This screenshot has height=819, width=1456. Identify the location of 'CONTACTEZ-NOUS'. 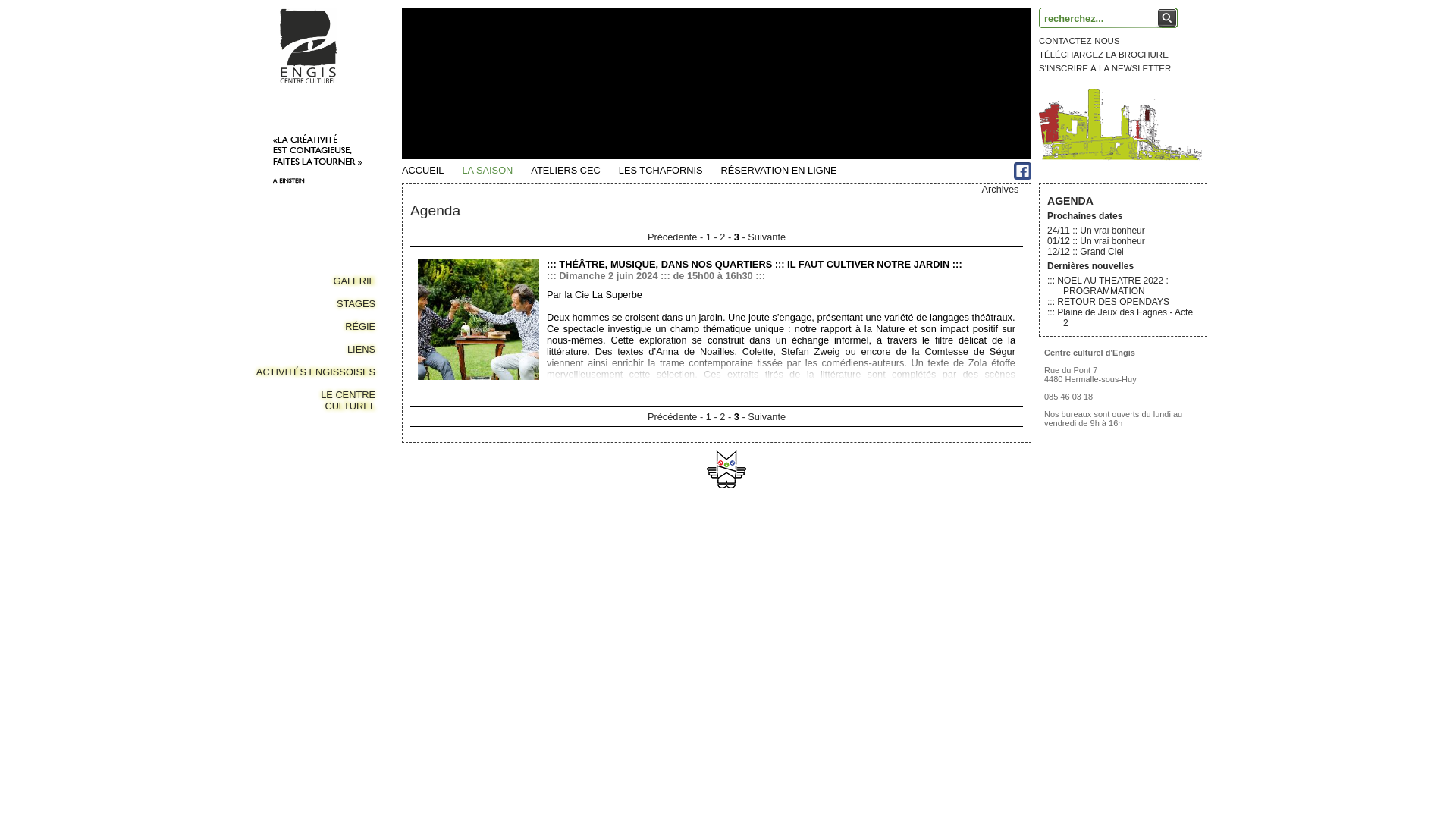
(1037, 40).